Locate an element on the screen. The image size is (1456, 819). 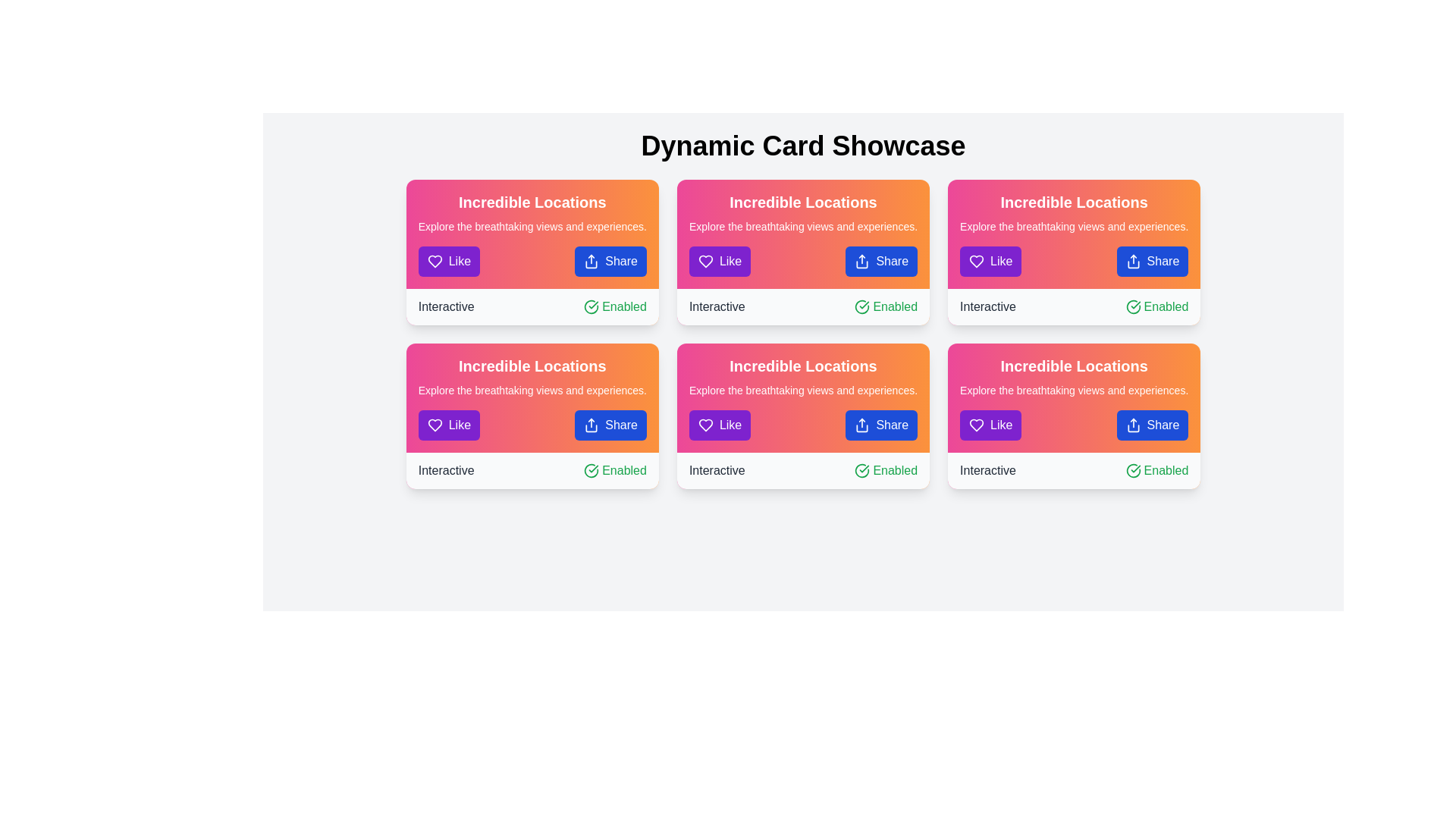
the heart icon representing the 'like' action, which is the leftmost component inside the 'Like' button located in the lower left section of the card is located at coordinates (434, 425).